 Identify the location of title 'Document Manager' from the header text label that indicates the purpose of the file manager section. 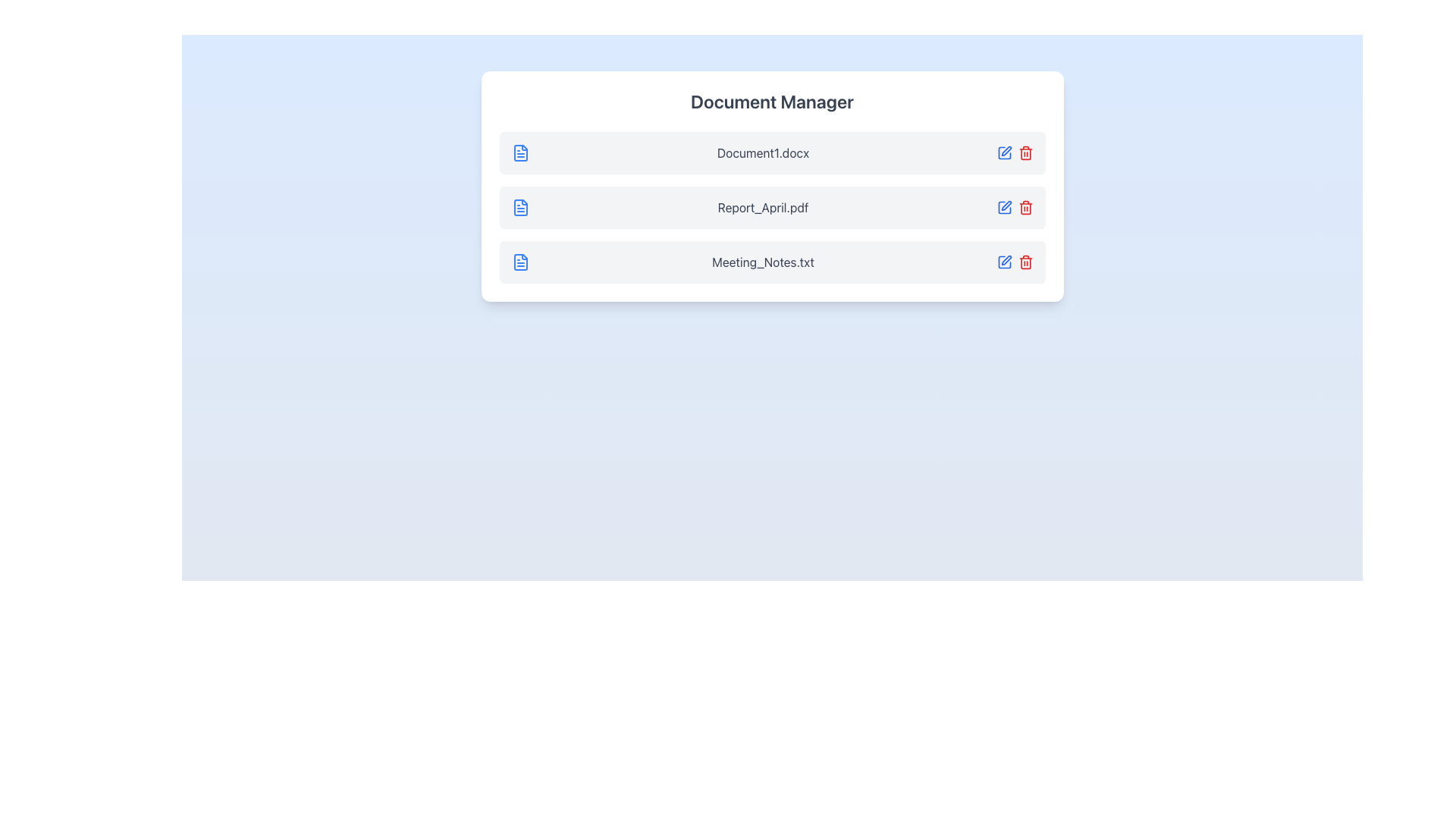
(772, 102).